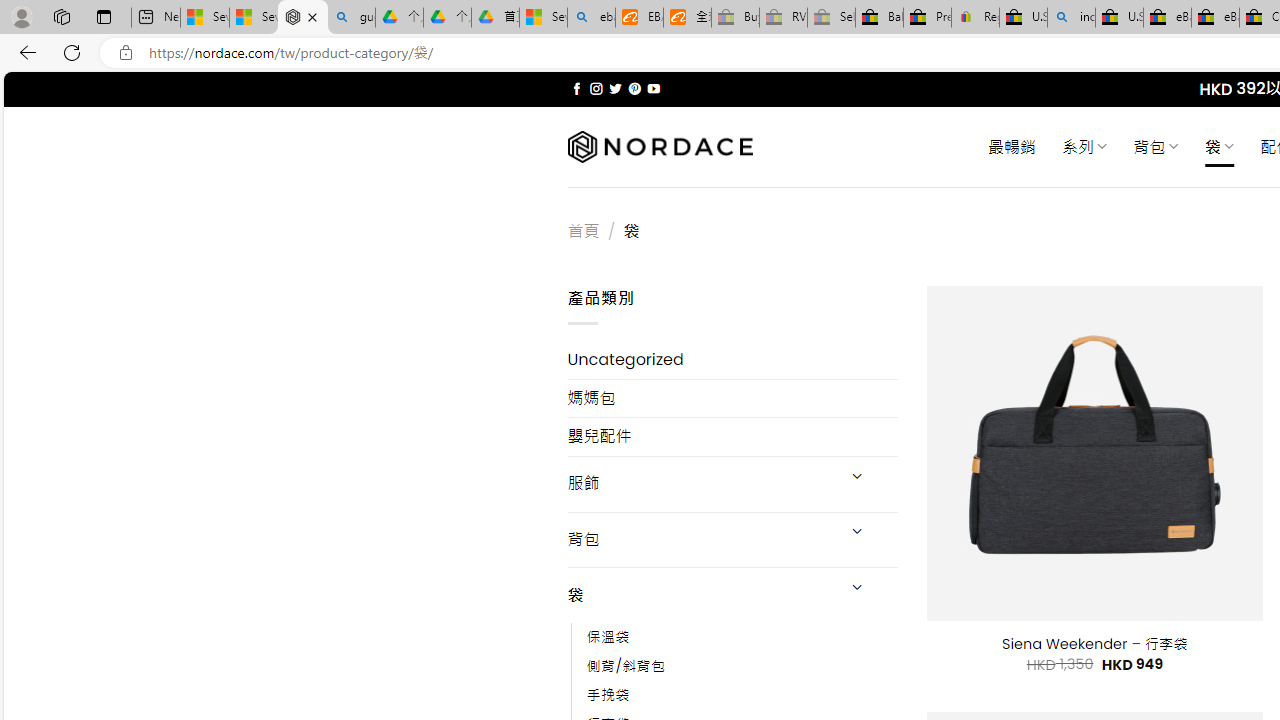 The image size is (1280, 720). What do you see at coordinates (734, 17) in the screenshot?
I see `'Buy Auto Parts & Accessories | eBay - Sleeping'` at bounding box center [734, 17].